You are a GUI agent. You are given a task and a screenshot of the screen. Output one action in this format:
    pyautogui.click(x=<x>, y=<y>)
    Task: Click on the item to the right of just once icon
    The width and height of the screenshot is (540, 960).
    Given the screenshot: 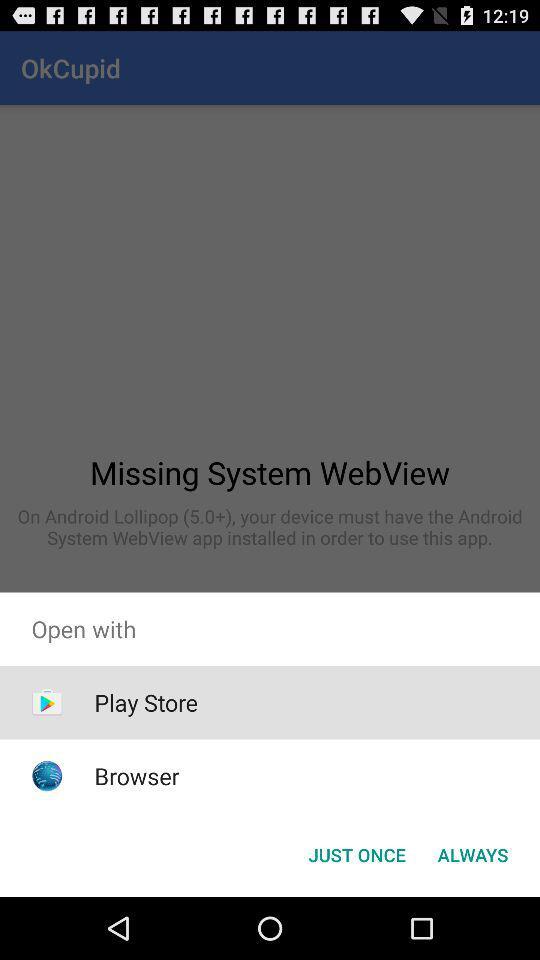 What is the action you would take?
    pyautogui.click(x=472, y=853)
    